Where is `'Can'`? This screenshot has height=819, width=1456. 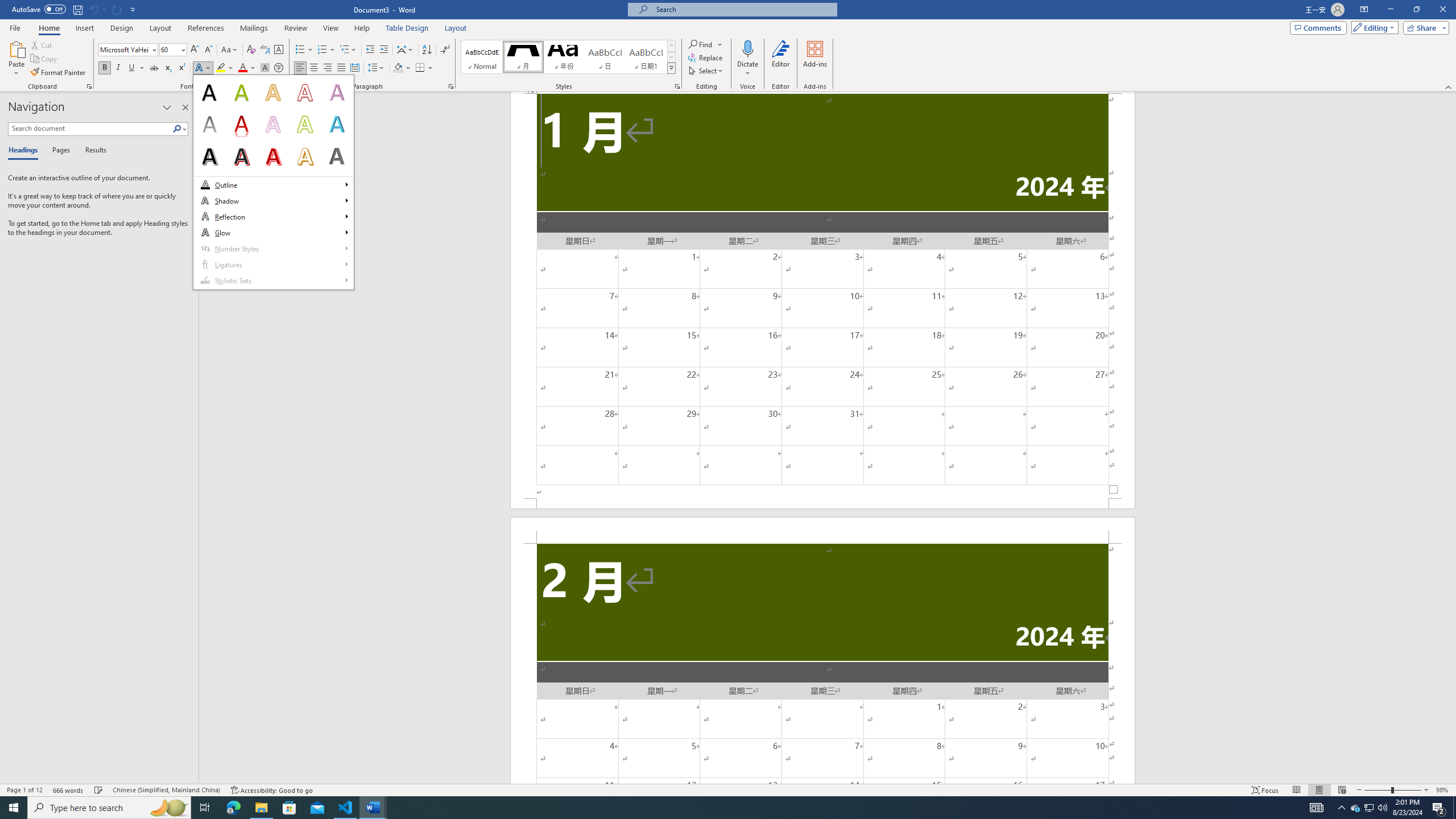
'Can' is located at coordinates (117, 9).